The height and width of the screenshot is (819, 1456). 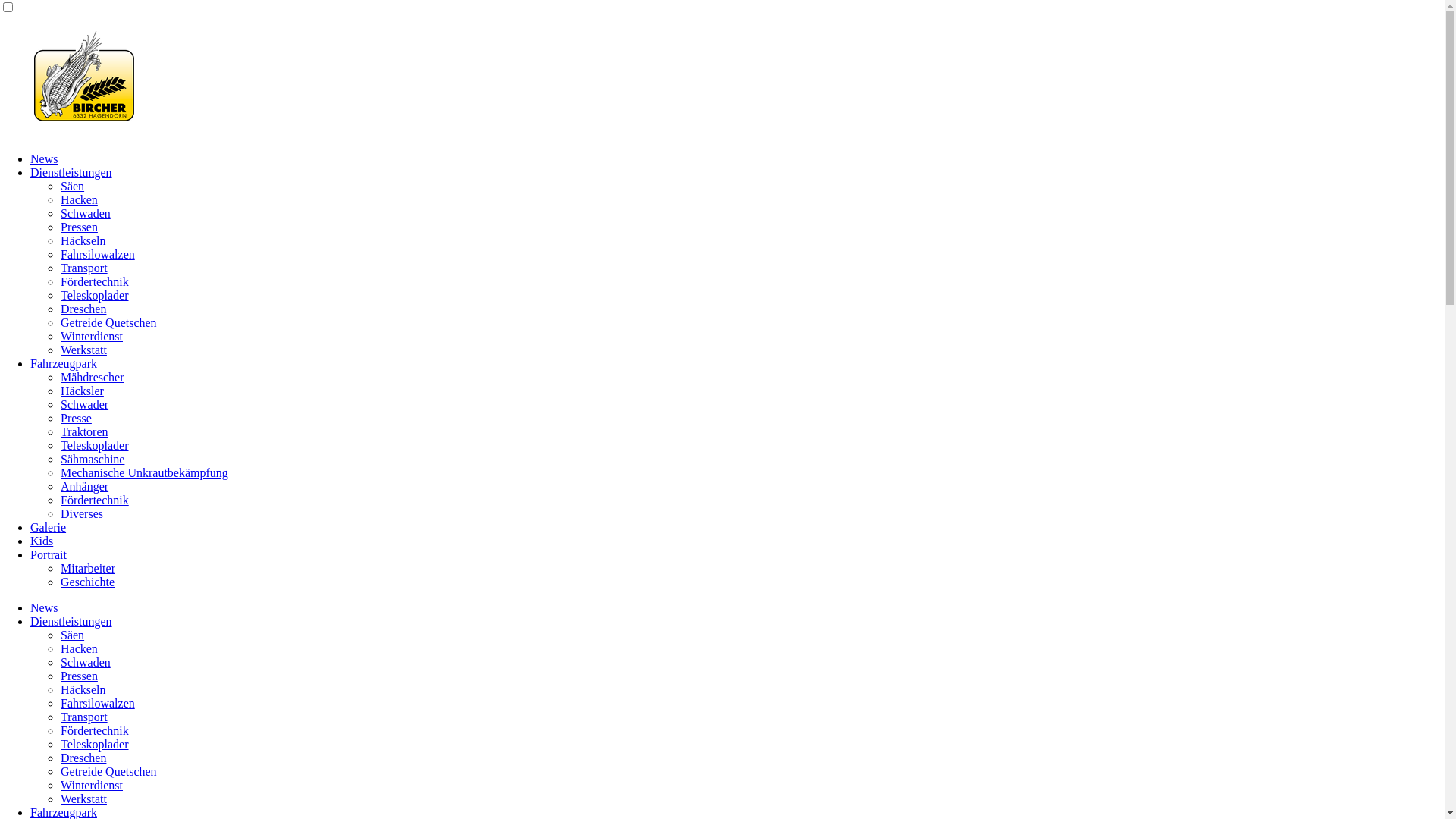 I want to click on 'Winterdienst', so click(x=90, y=335).